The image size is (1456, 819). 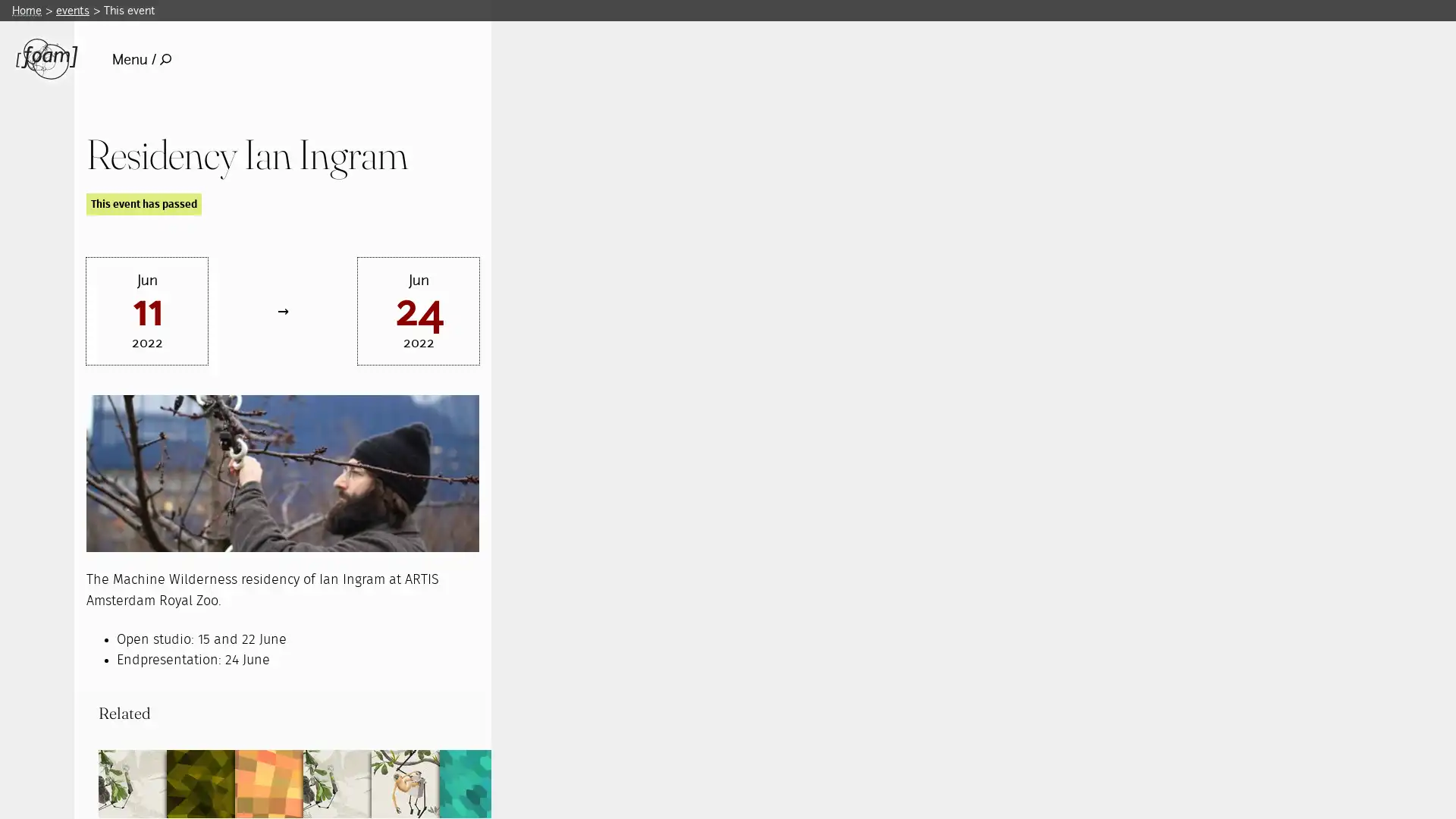 I want to click on Menu /, so click(x=141, y=58).